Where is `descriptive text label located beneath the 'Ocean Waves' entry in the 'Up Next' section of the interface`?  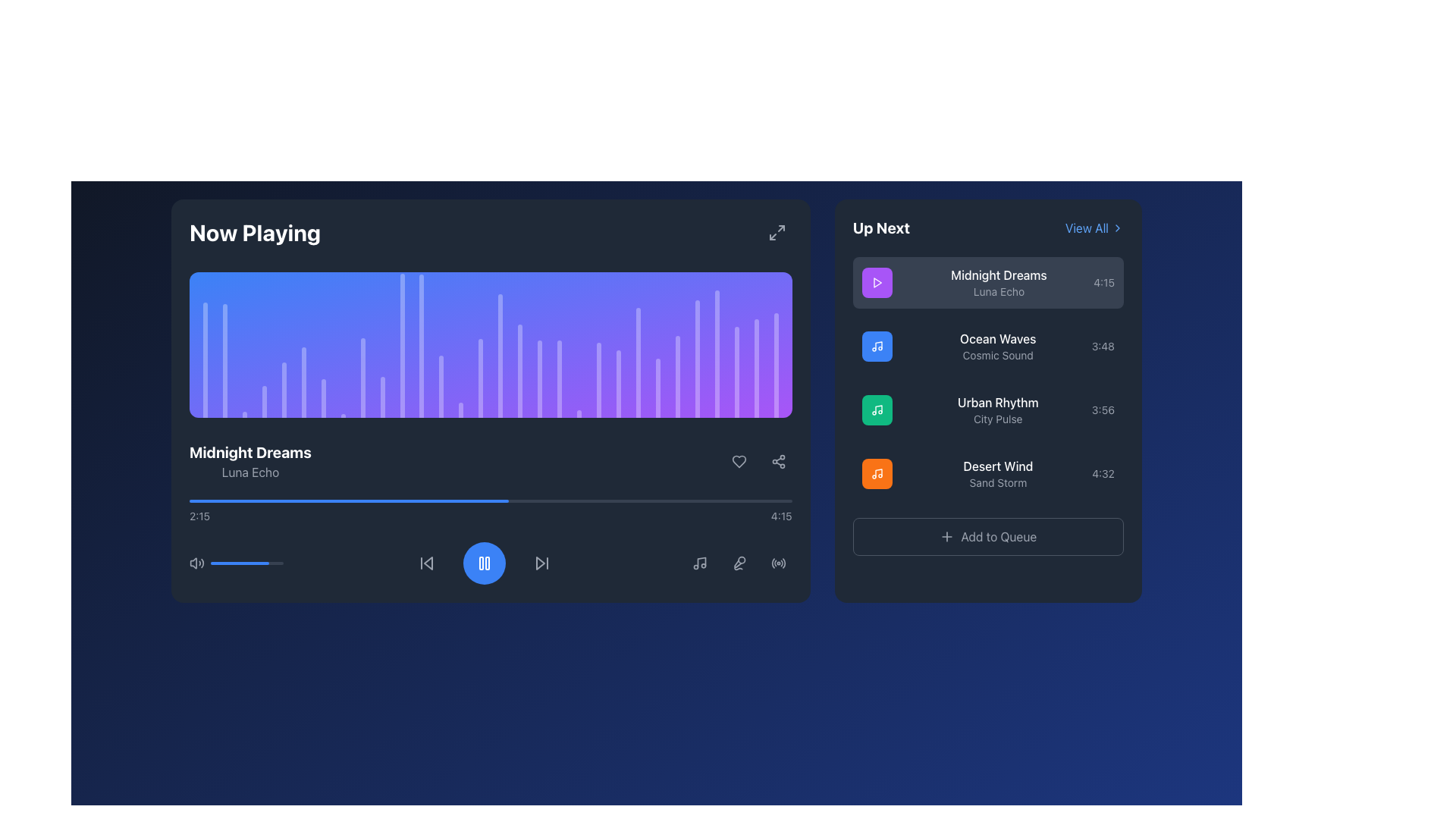
descriptive text label located beneath the 'Ocean Waves' entry in the 'Up Next' section of the interface is located at coordinates (998, 356).